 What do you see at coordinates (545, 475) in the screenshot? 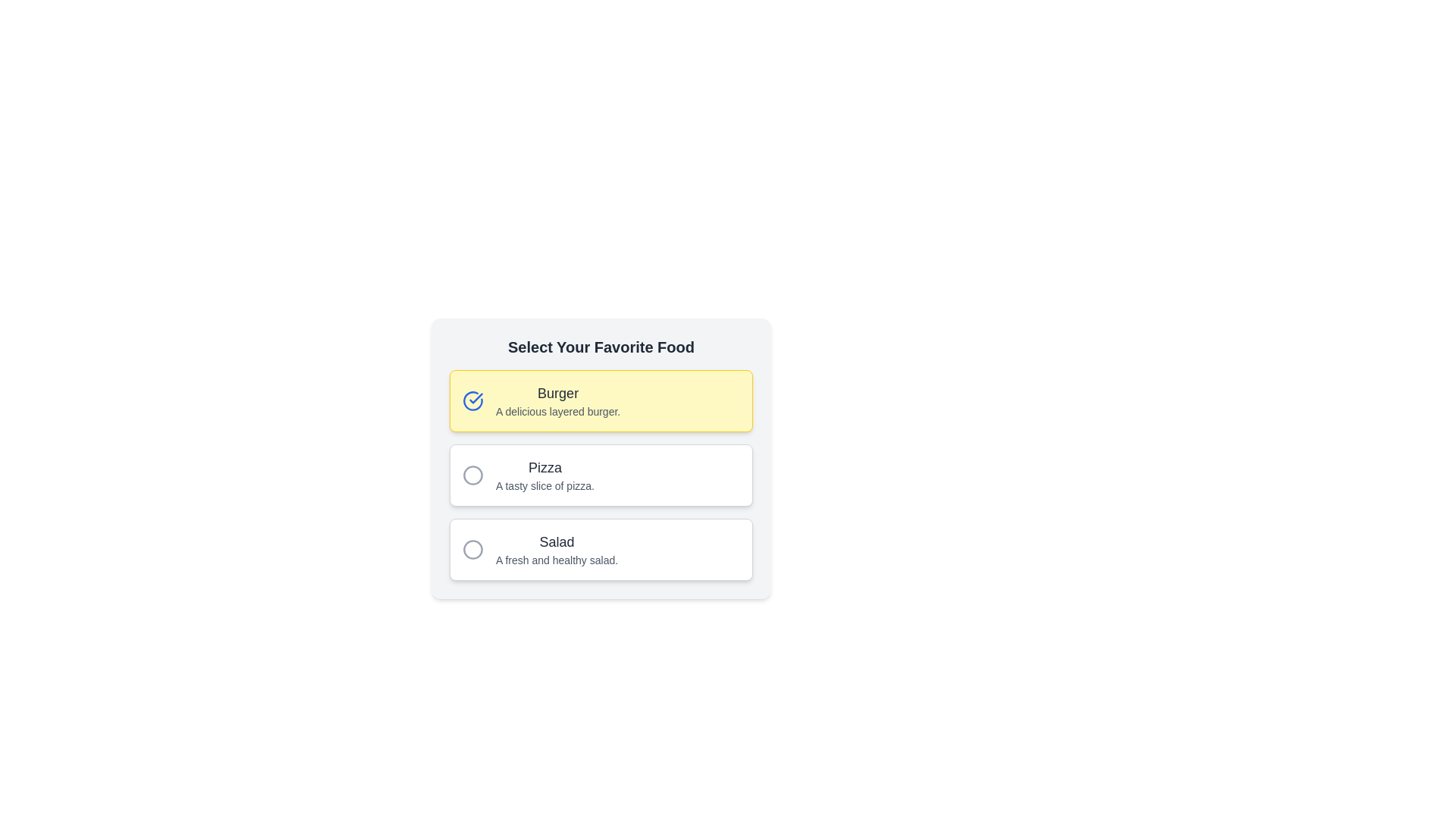
I see `the 'Pizza' option in the selection list of food items, which is the second option located between 'Burger' and 'Salad'` at bounding box center [545, 475].